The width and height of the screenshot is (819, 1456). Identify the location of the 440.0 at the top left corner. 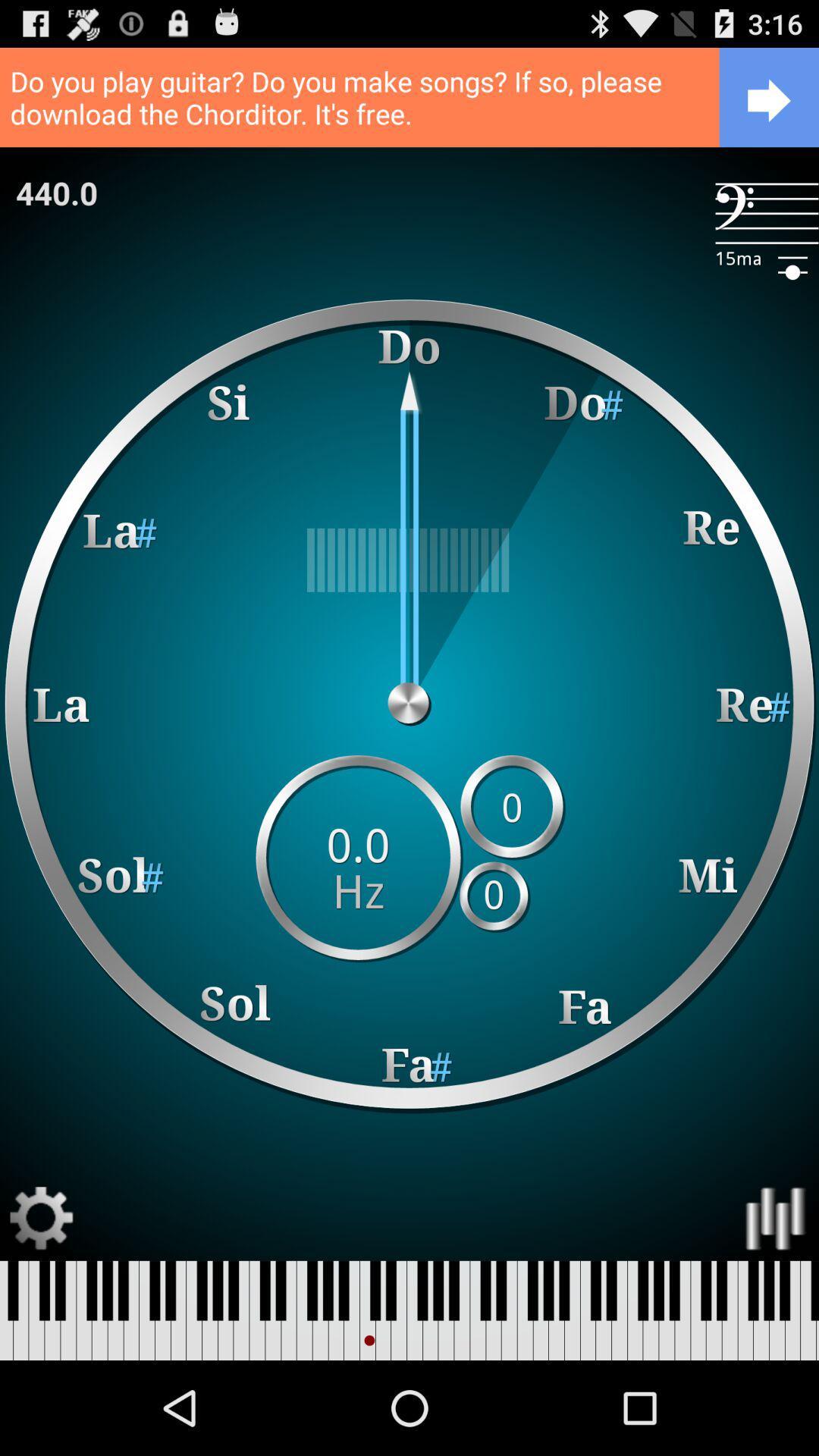
(55, 192).